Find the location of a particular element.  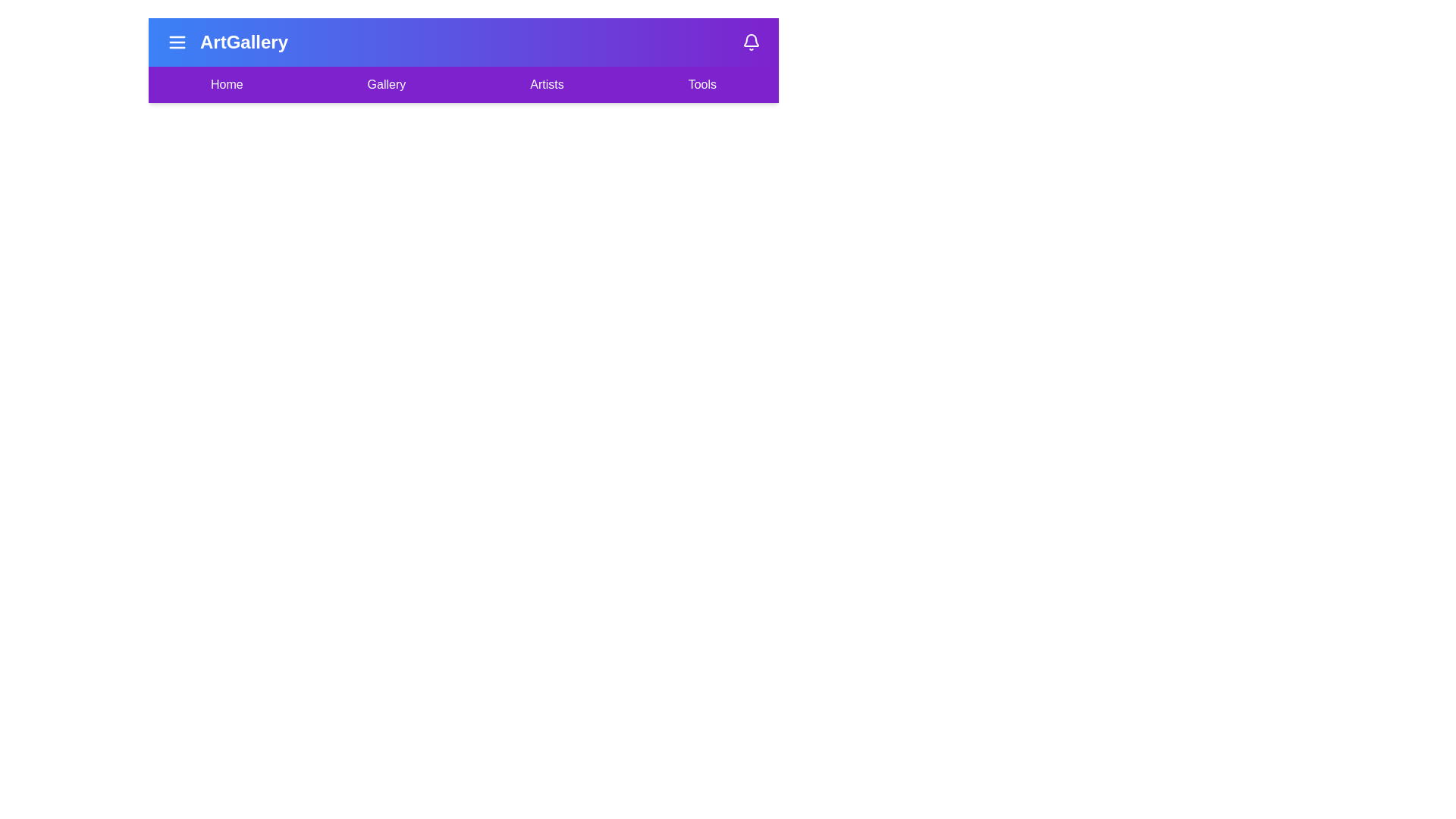

the menu item labeled Gallery to navigate to the corresponding section is located at coordinates (385, 84).